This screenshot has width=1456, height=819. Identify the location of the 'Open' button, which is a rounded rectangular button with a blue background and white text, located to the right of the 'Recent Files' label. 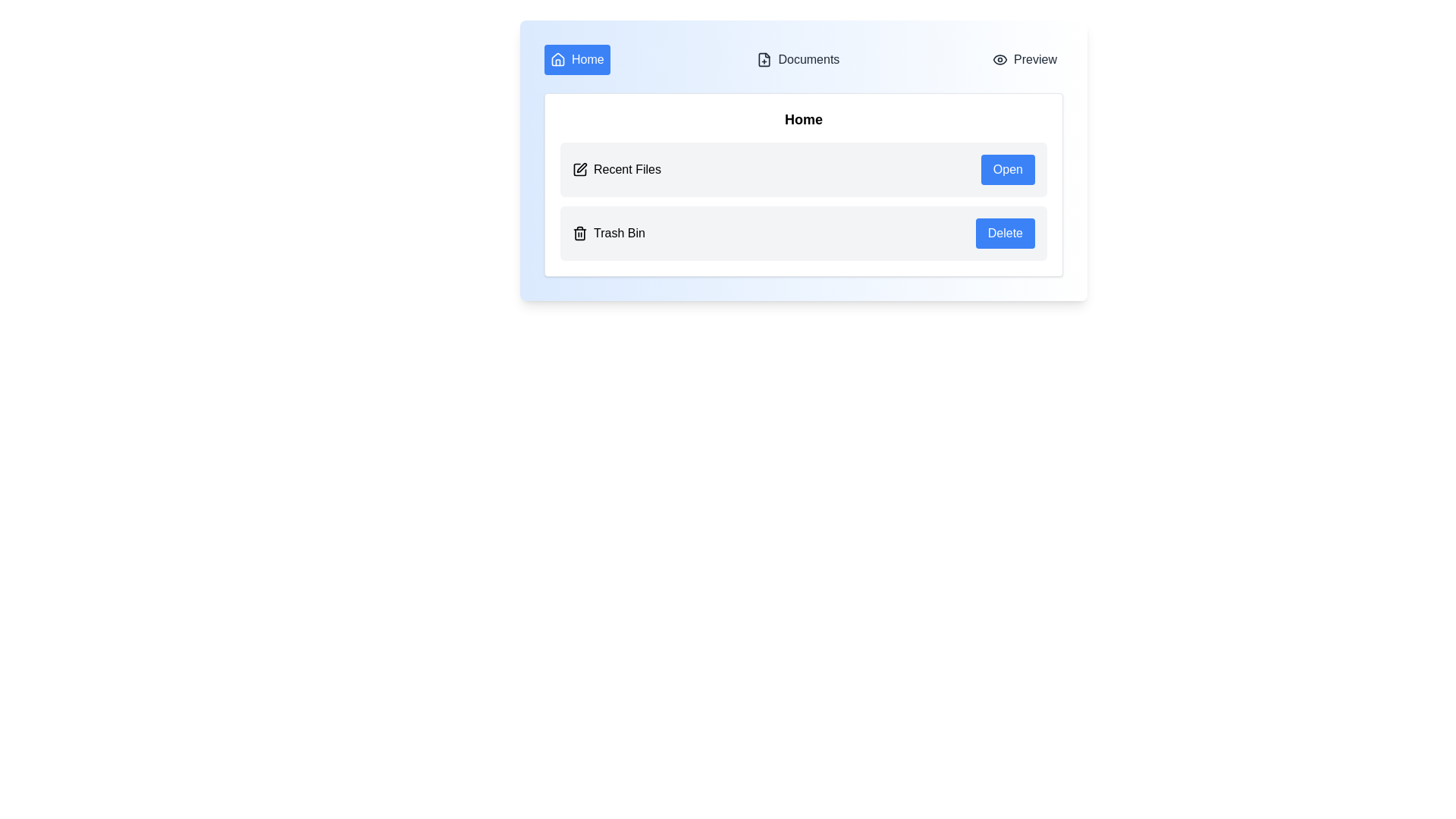
(1008, 169).